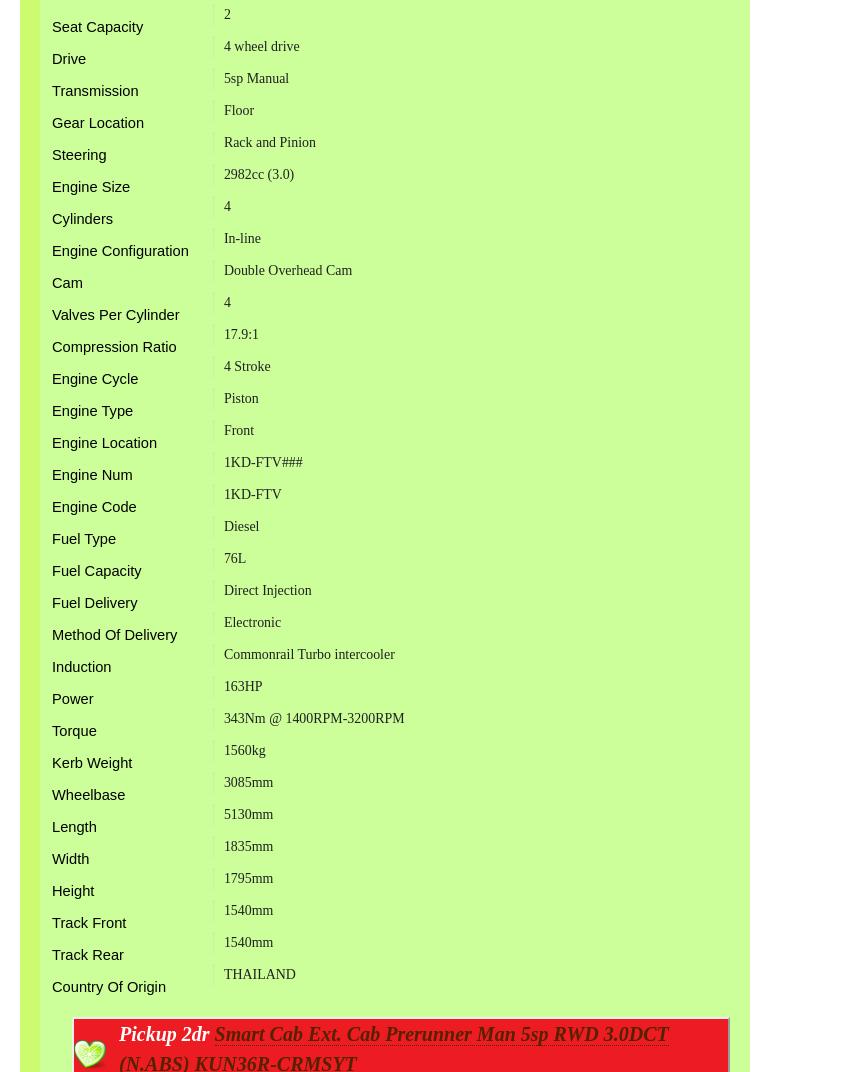 The height and width of the screenshot is (1072, 845). What do you see at coordinates (50, 729) in the screenshot?
I see `'Torque'` at bounding box center [50, 729].